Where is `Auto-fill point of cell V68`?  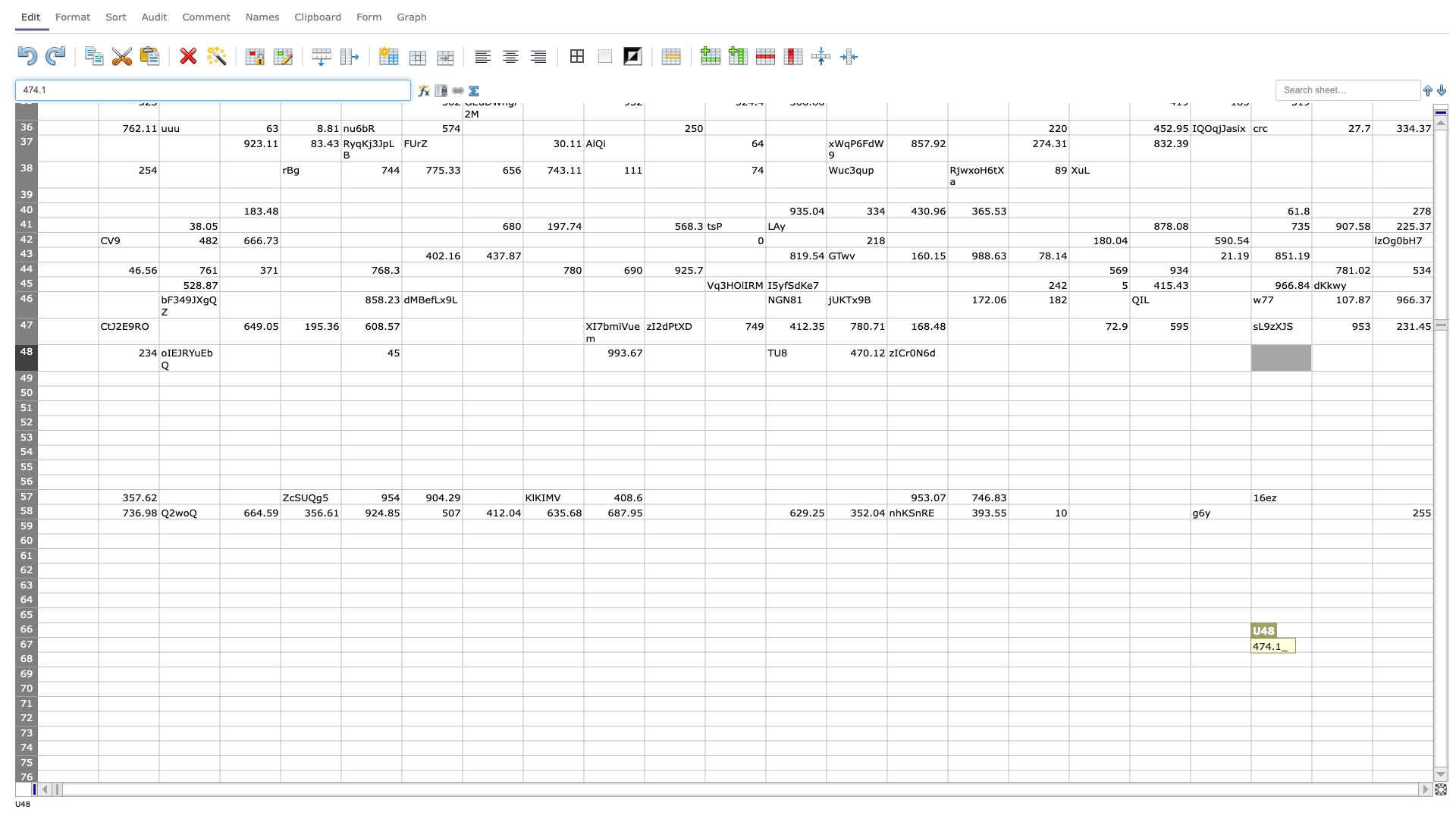
Auto-fill point of cell V68 is located at coordinates (1372, 666).